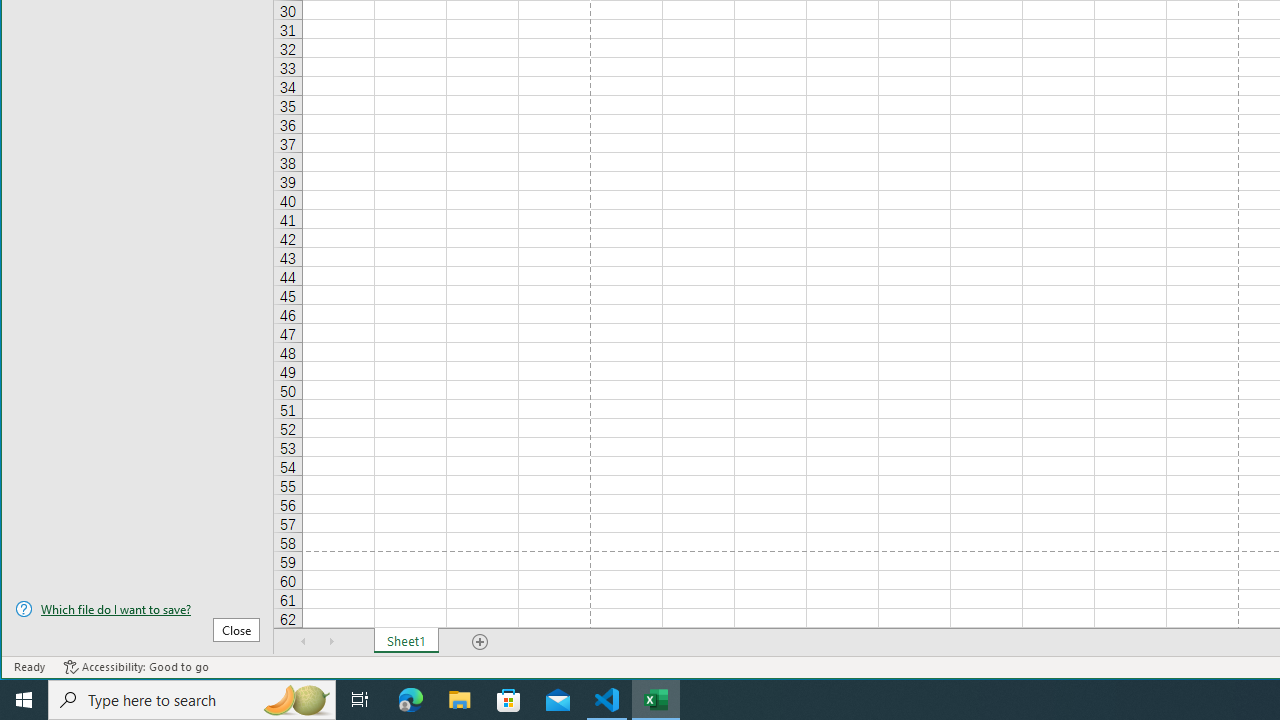  Describe the element at coordinates (359, 698) in the screenshot. I see `'Task View'` at that location.